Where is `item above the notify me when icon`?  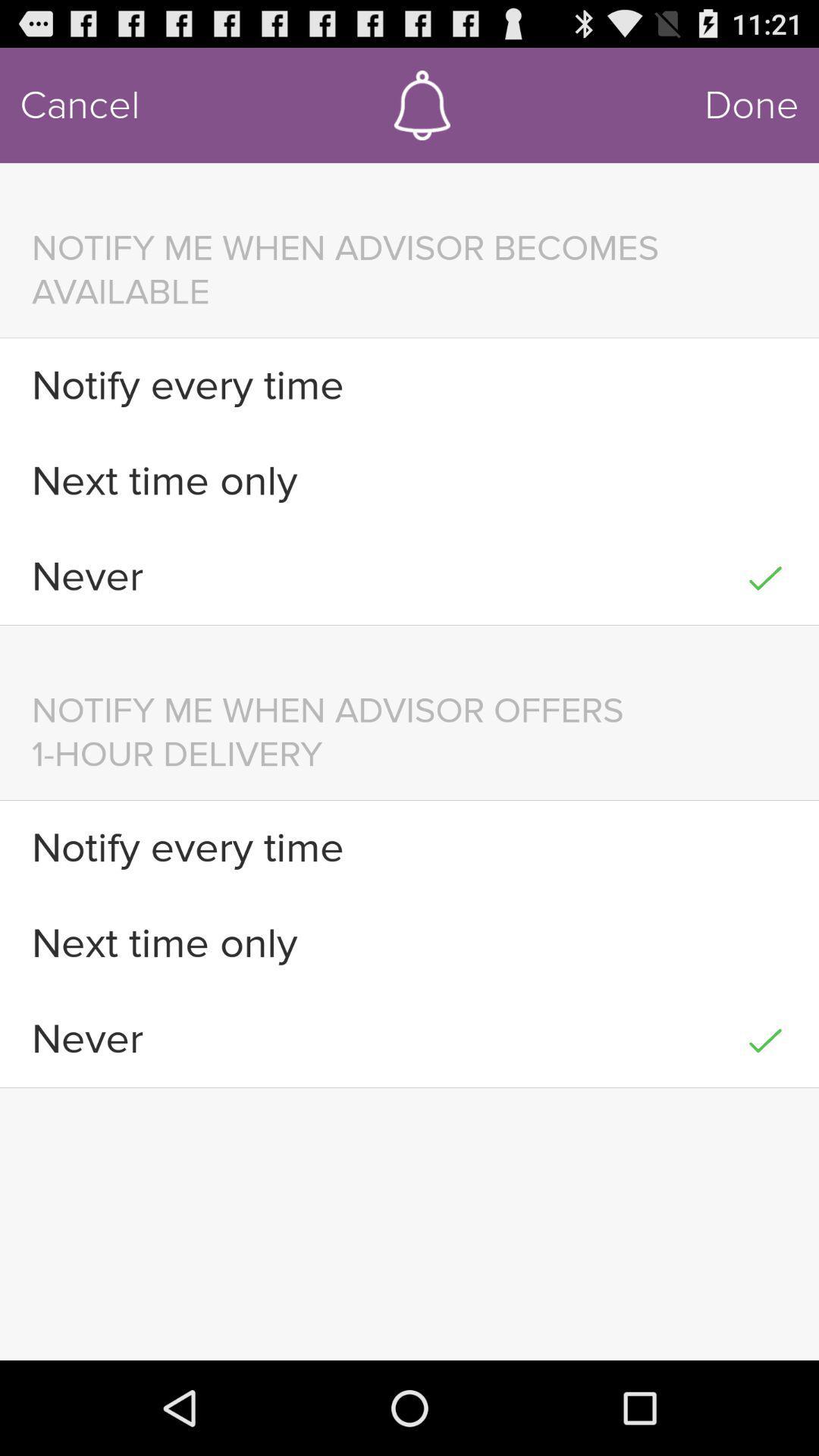
item above the notify me when icon is located at coordinates (80, 105).